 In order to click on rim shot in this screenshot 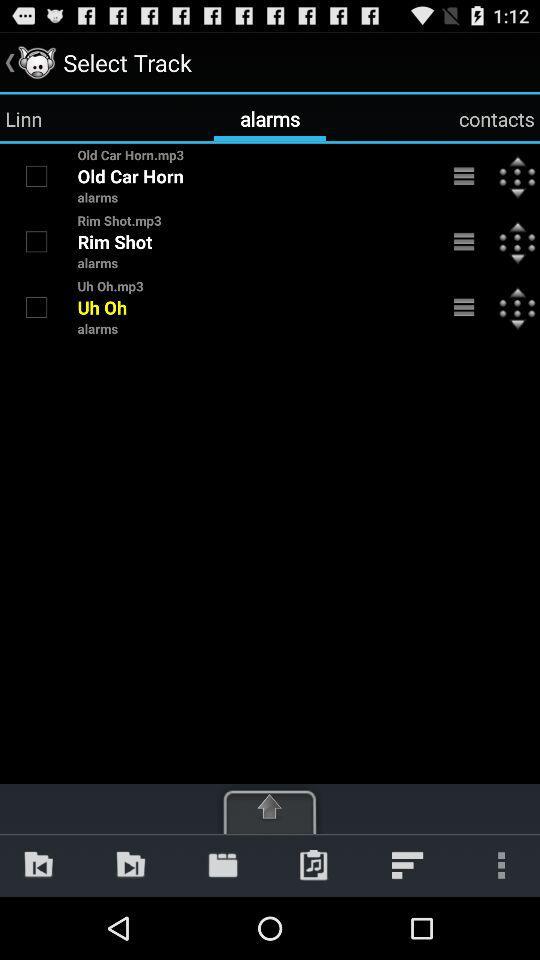, I will do `click(36, 240)`.